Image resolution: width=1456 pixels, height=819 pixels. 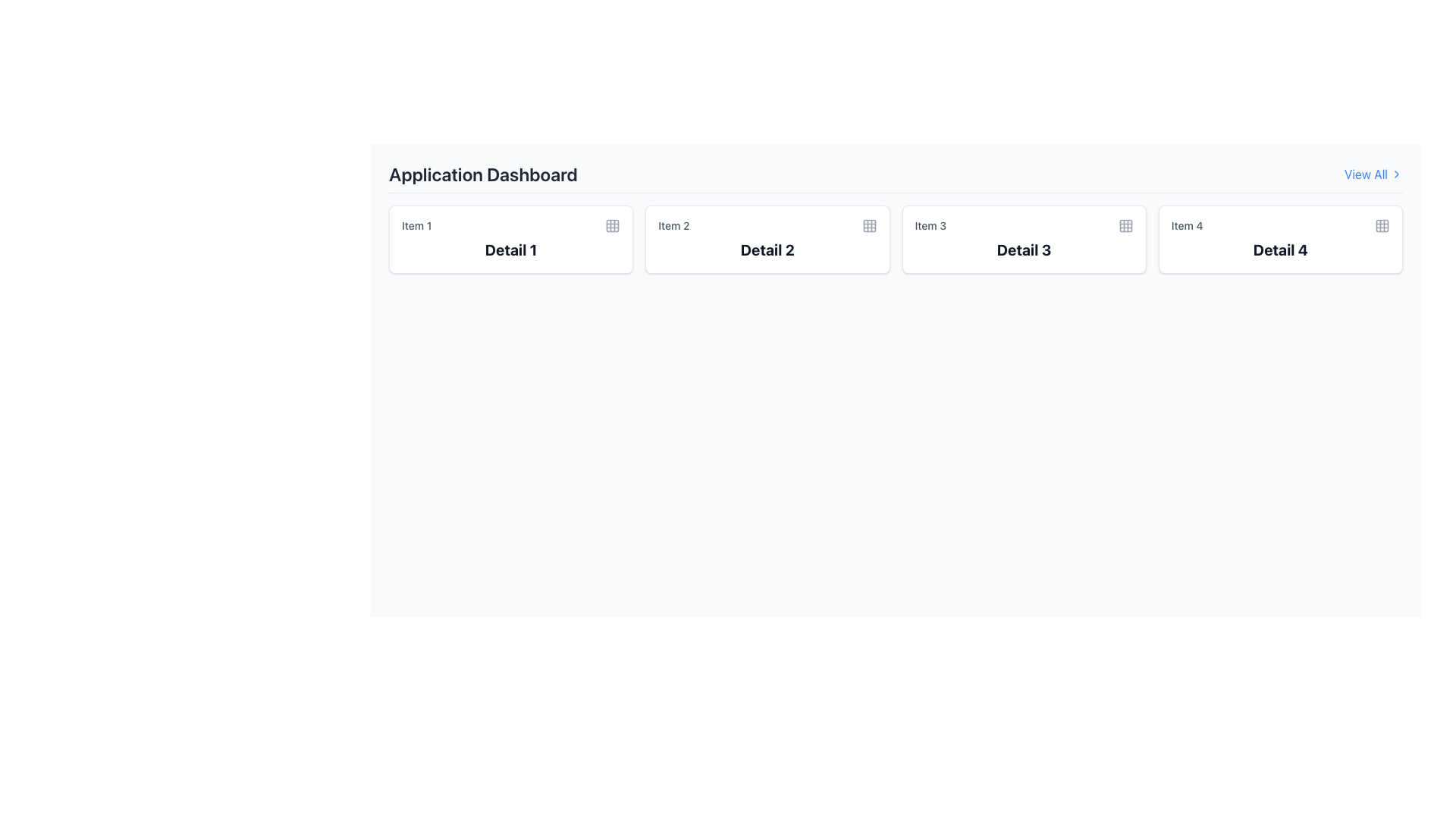 I want to click on the static text element that provides detailed information about 'Item 3', positioned below 'Item 3' in the third column of the grid layout, so click(x=1024, y=249).